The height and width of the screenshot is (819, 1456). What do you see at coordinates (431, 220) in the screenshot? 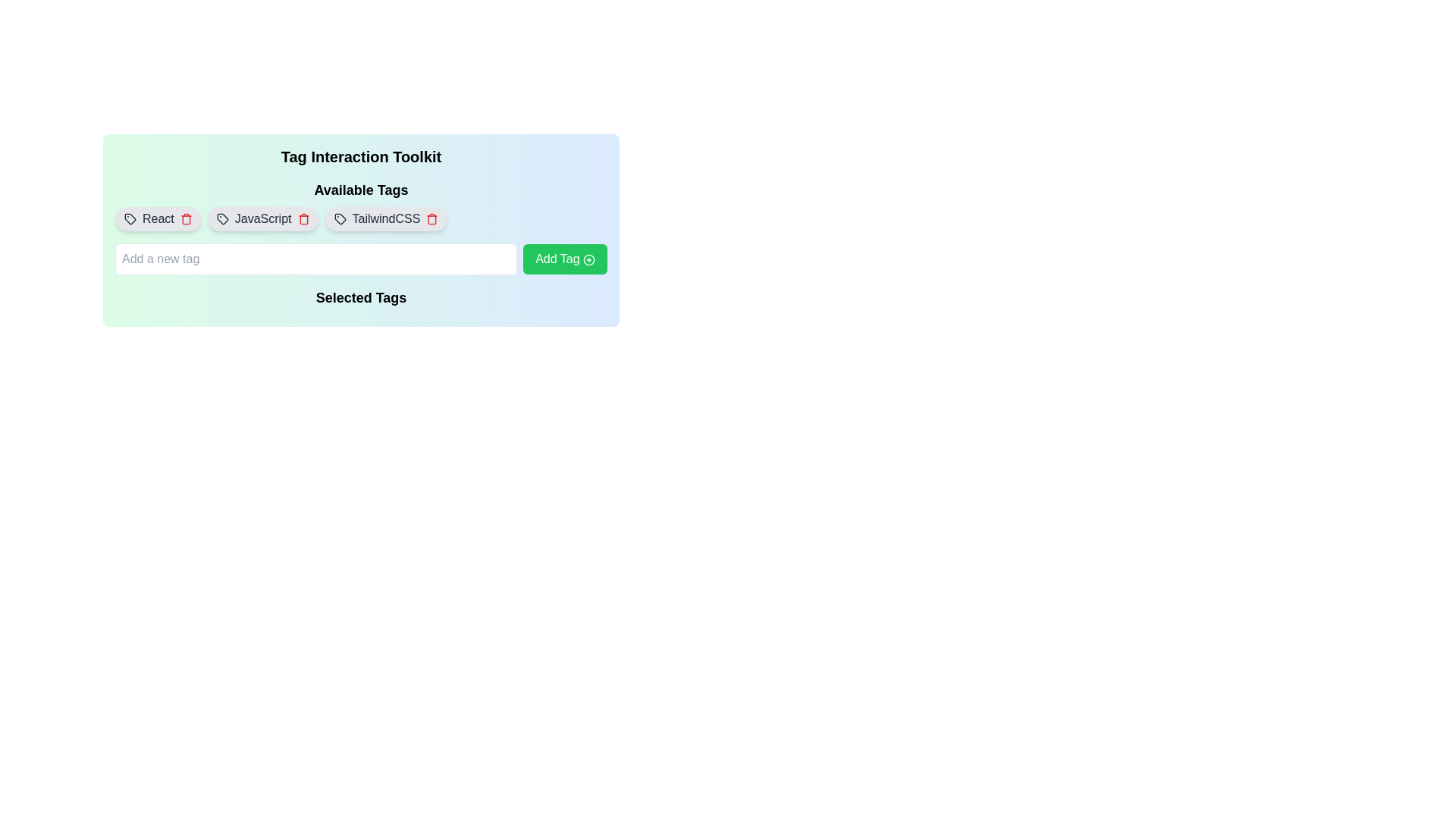
I see `the middle section of the trash can icon, which visually represents the body of the trash can and is located to the right of the tag labeled 'TailwindCSS'` at bounding box center [431, 220].